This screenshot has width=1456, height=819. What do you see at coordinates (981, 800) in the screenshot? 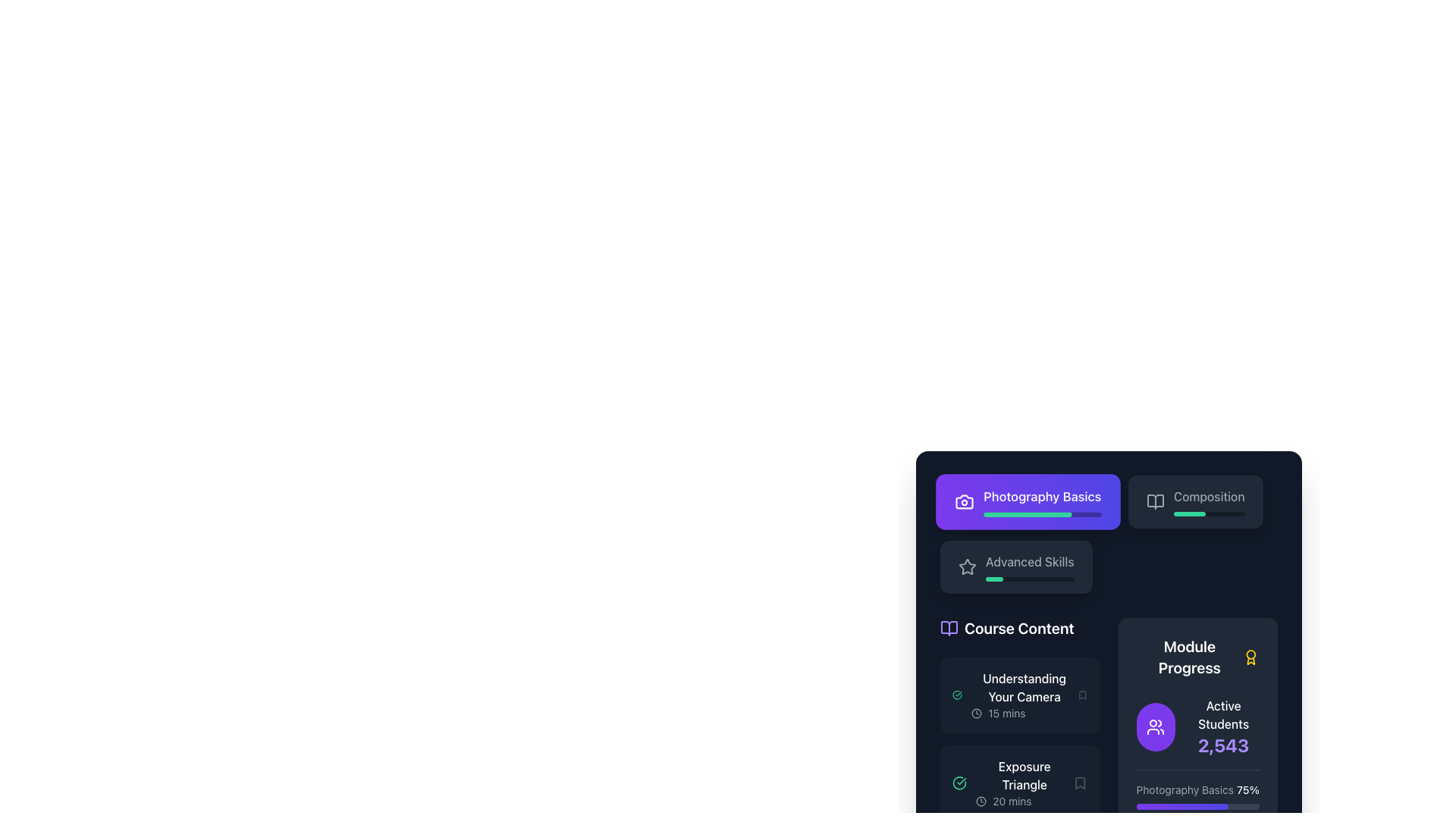
I see `the informational time-related icon located to the left of the text '20 mins' in the 'Exposure Triangle' sub-item within the 'Course Content' section` at bounding box center [981, 800].